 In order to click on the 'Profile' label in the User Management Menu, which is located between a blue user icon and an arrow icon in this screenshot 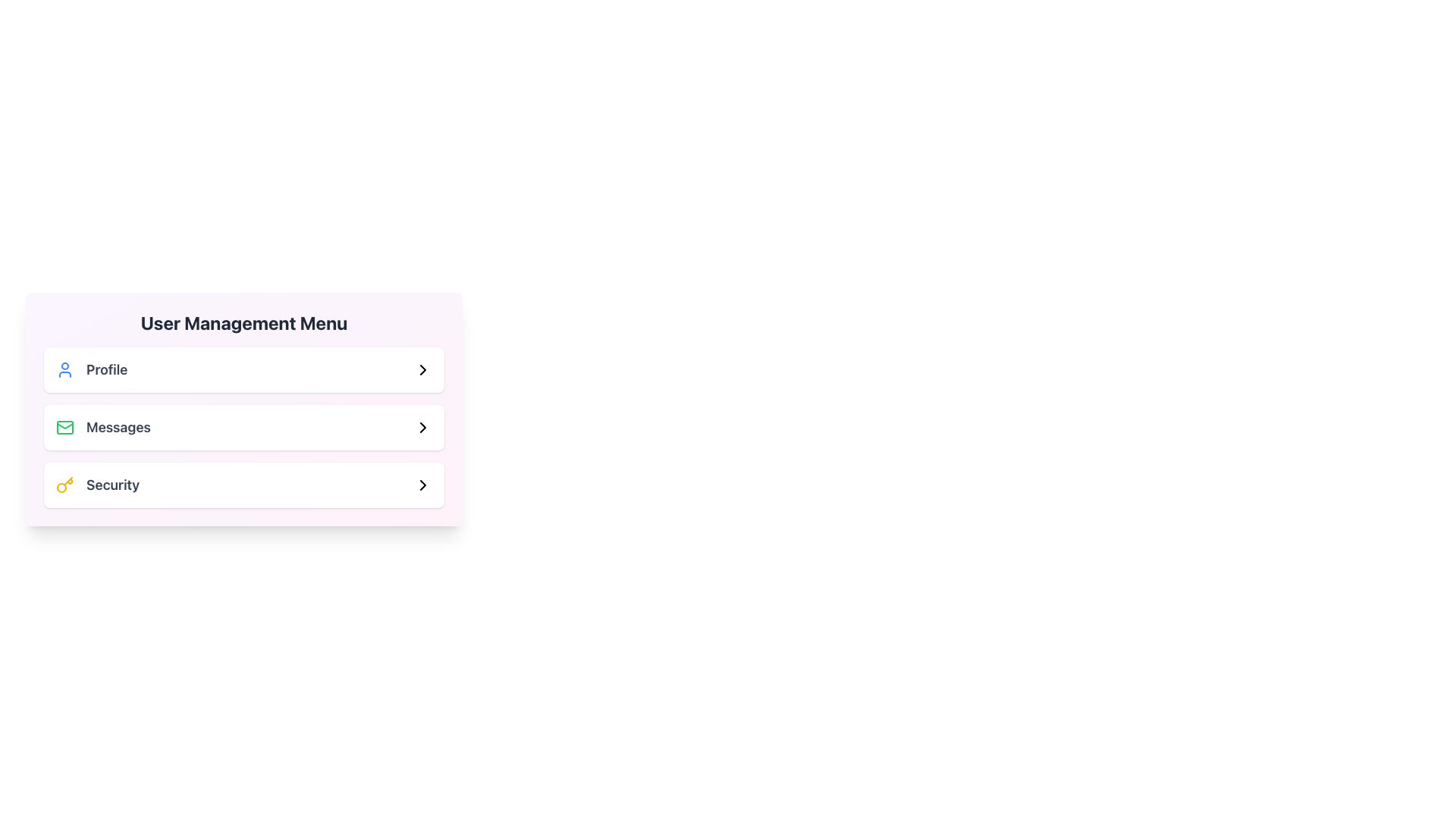, I will do `click(106, 370)`.